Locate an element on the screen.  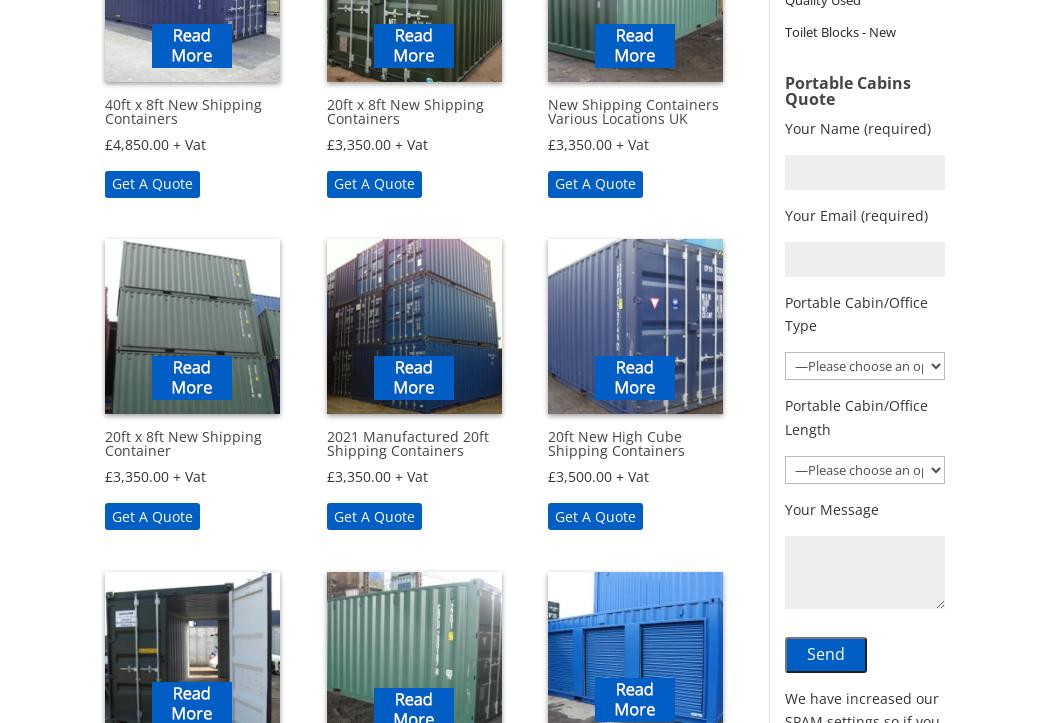
'Your Message' is located at coordinates (830, 507).